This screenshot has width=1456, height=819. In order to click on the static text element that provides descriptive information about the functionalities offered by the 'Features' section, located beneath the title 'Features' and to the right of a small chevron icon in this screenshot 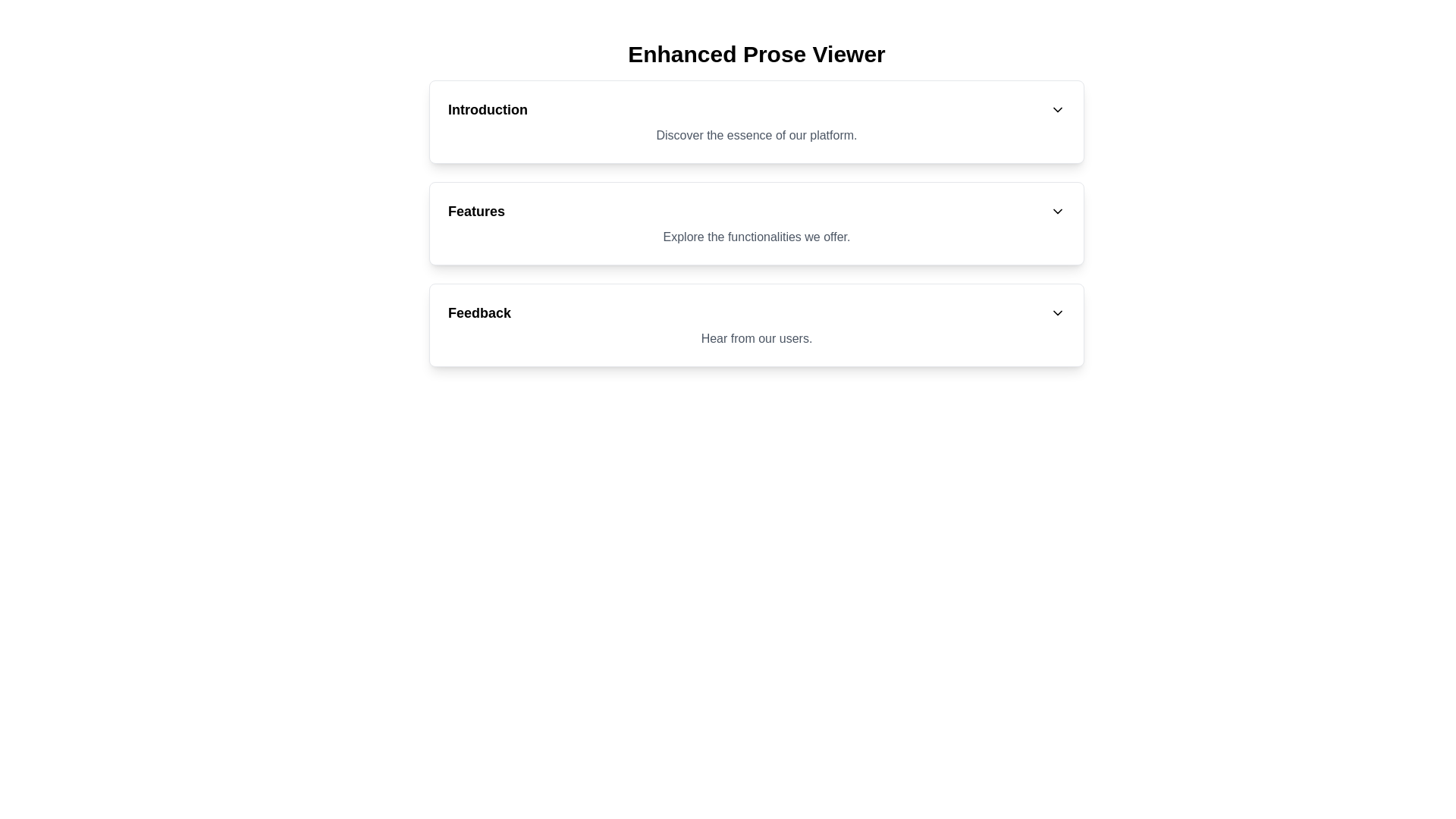, I will do `click(757, 237)`.